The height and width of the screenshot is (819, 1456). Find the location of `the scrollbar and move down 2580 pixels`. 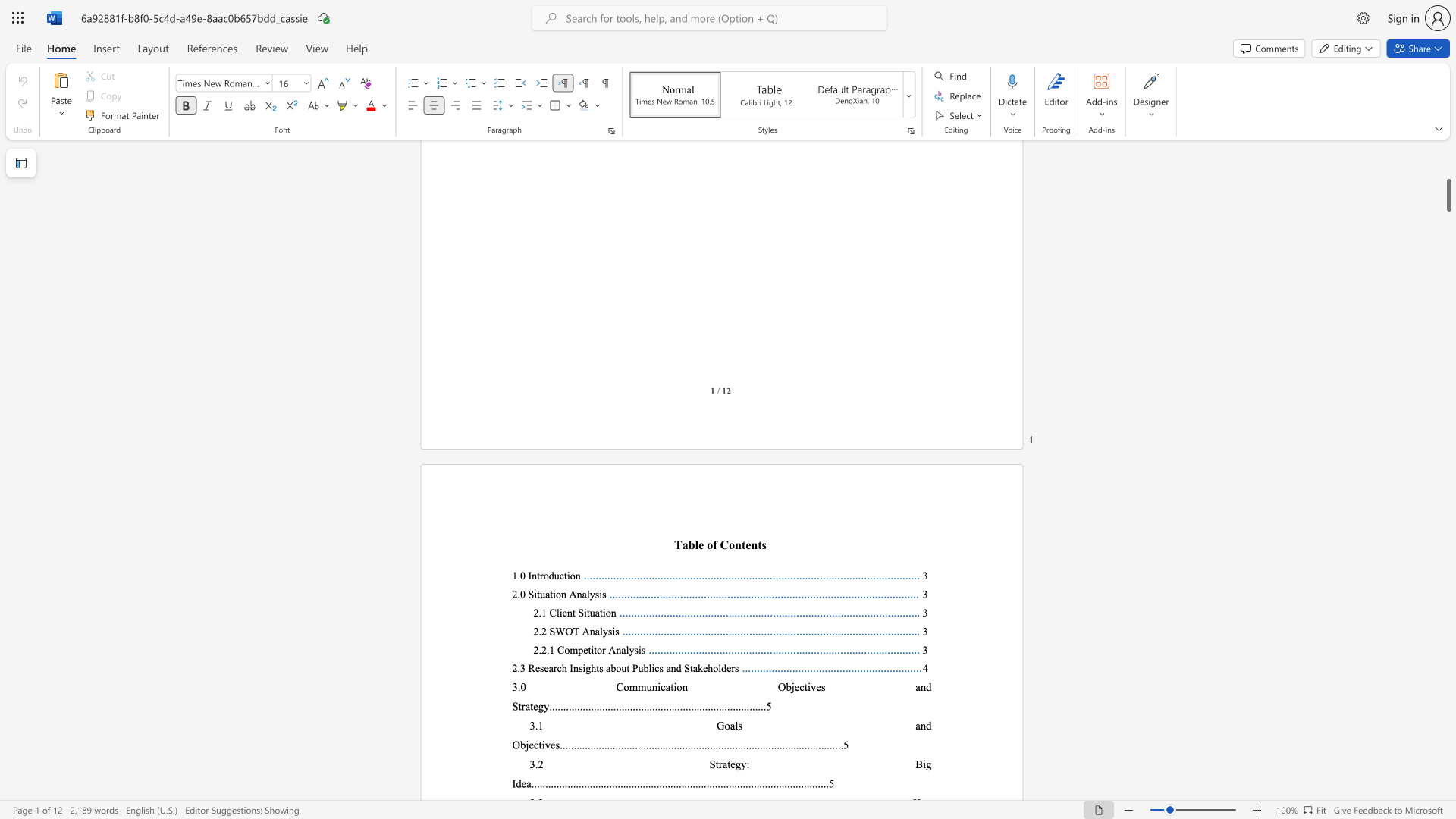

the scrollbar and move down 2580 pixels is located at coordinates (1448, 195).